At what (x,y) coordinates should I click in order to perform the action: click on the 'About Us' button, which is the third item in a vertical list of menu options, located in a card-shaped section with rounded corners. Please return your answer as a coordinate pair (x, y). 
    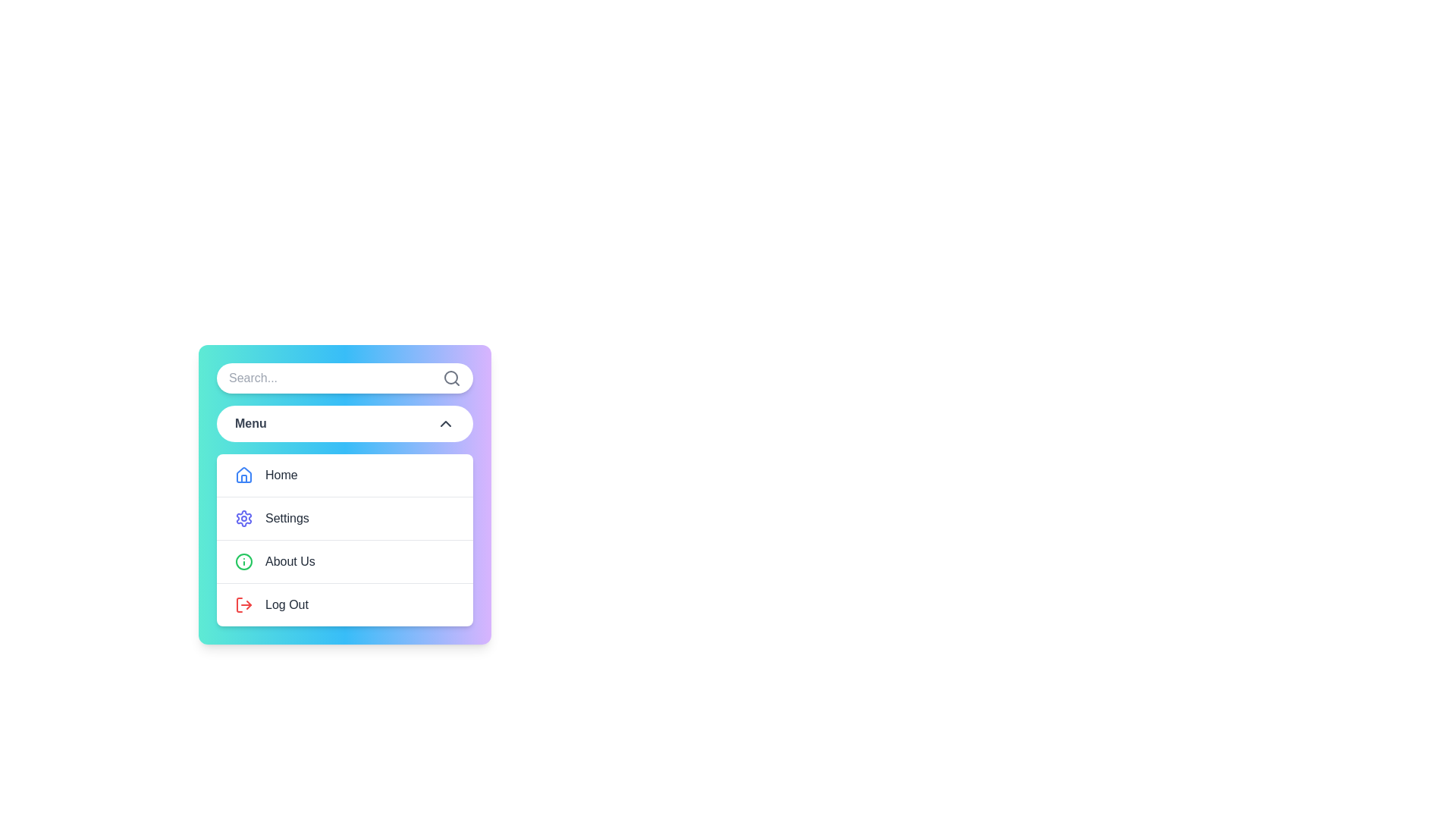
    Looking at the image, I should click on (344, 561).